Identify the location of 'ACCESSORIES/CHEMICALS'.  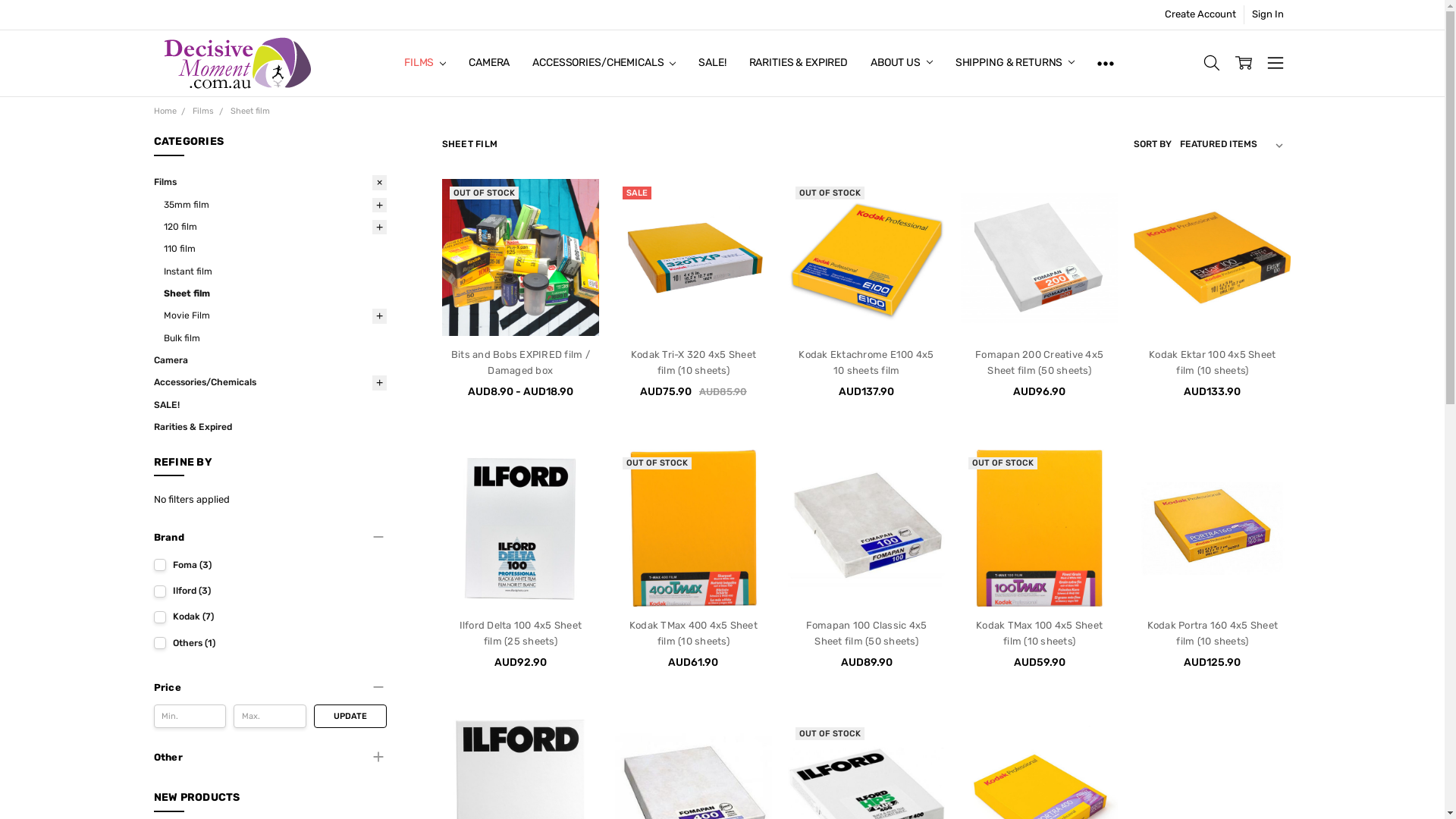
(603, 62).